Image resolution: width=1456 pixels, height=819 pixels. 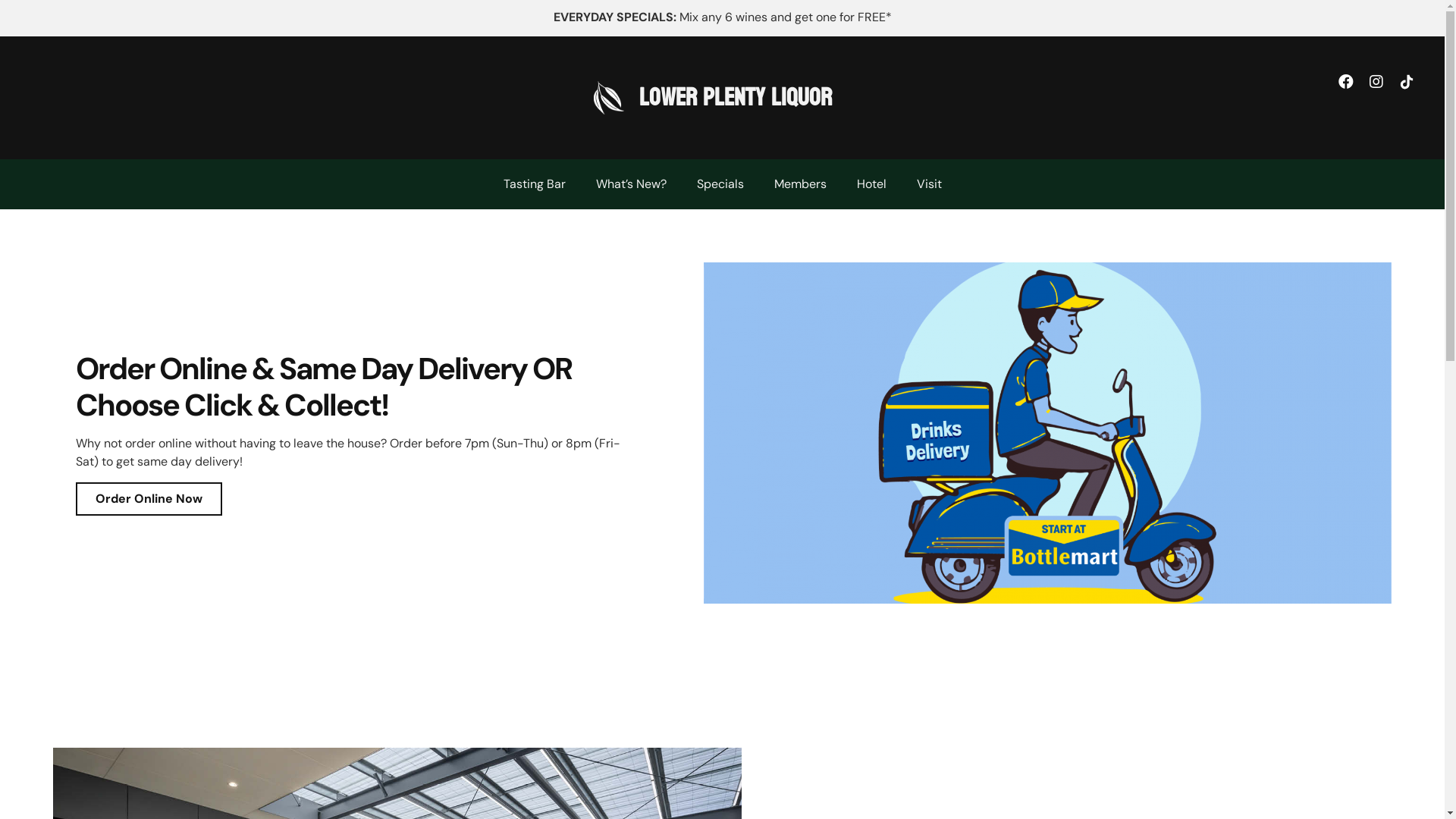 I want to click on 'Specials', so click(x=719, y=184).